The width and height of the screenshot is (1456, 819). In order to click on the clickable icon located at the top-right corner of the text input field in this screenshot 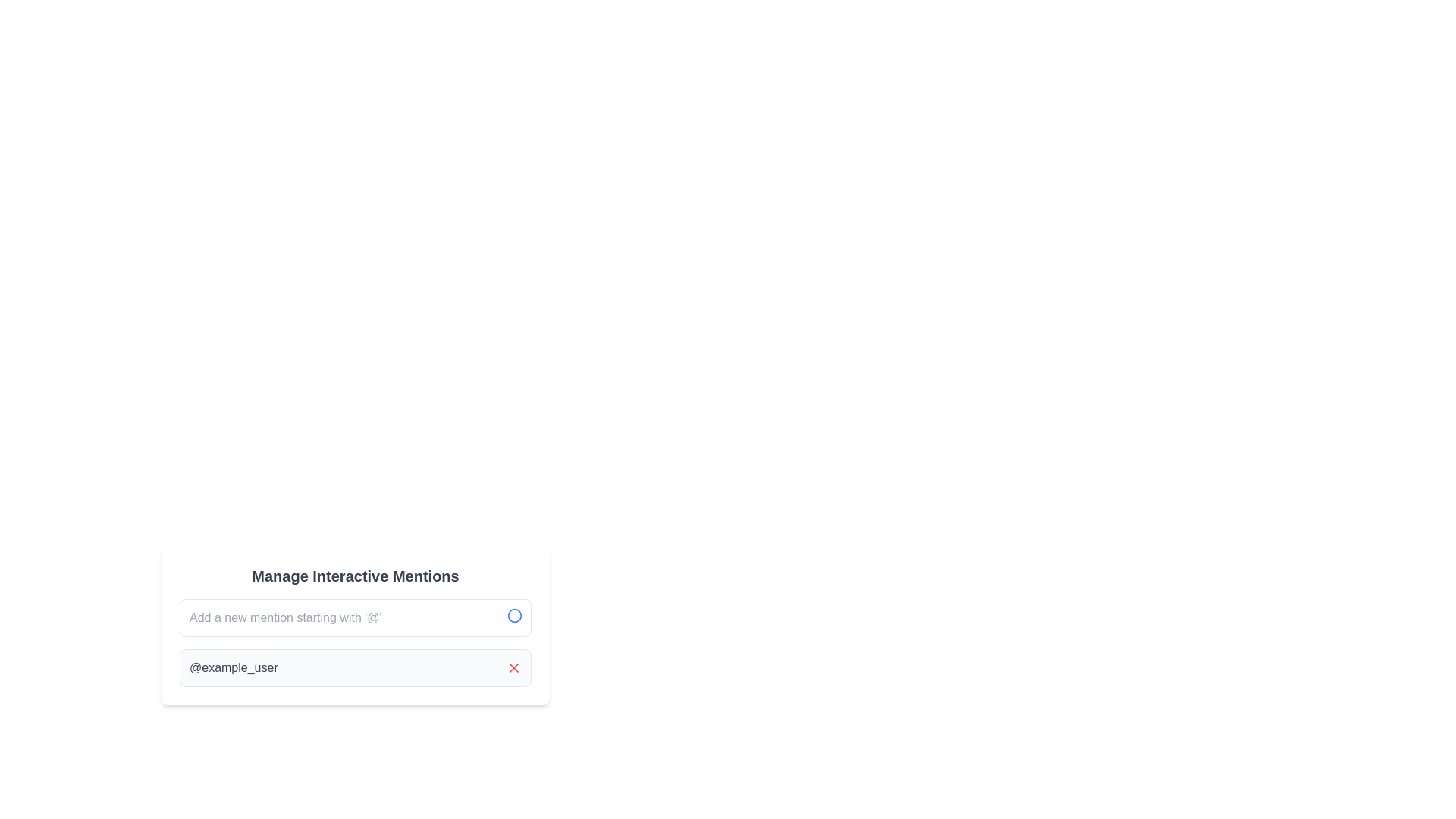, I will do `click(514, 616)`.